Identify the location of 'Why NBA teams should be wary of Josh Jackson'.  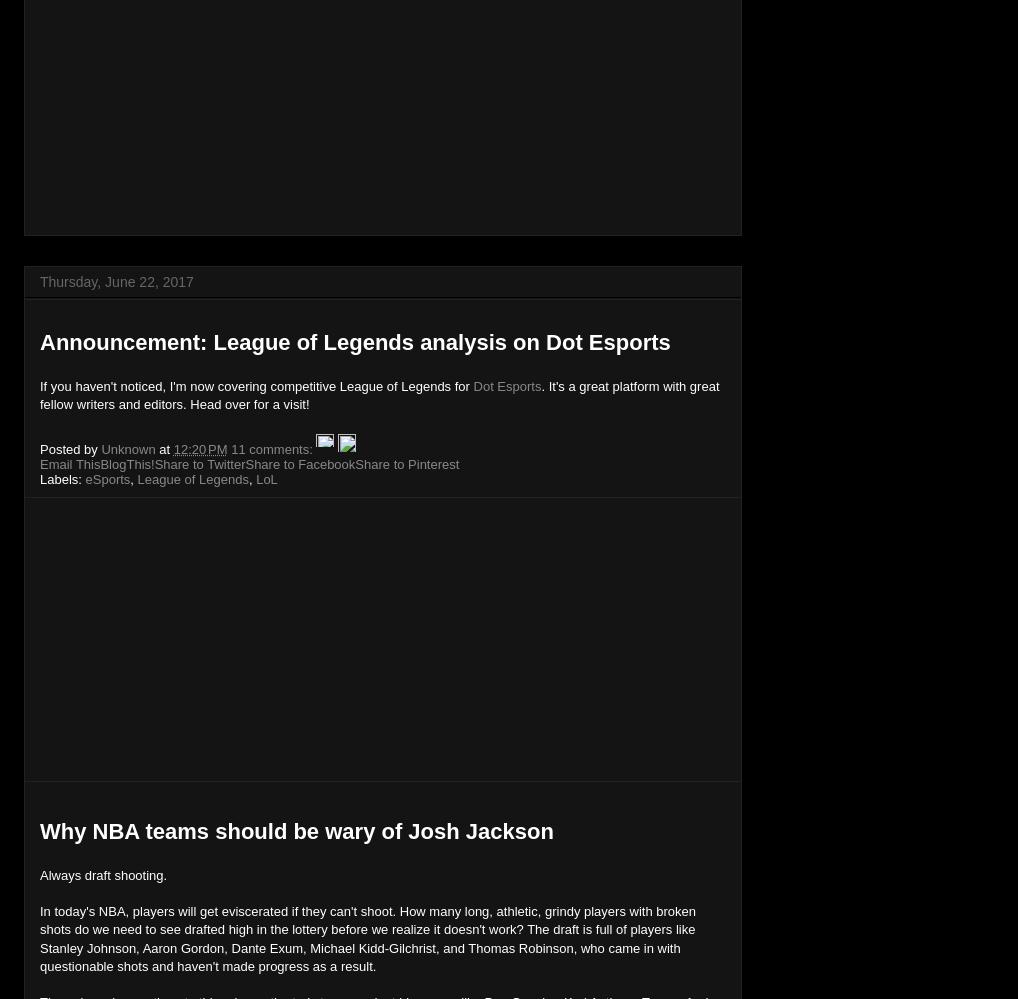
(296, 830).